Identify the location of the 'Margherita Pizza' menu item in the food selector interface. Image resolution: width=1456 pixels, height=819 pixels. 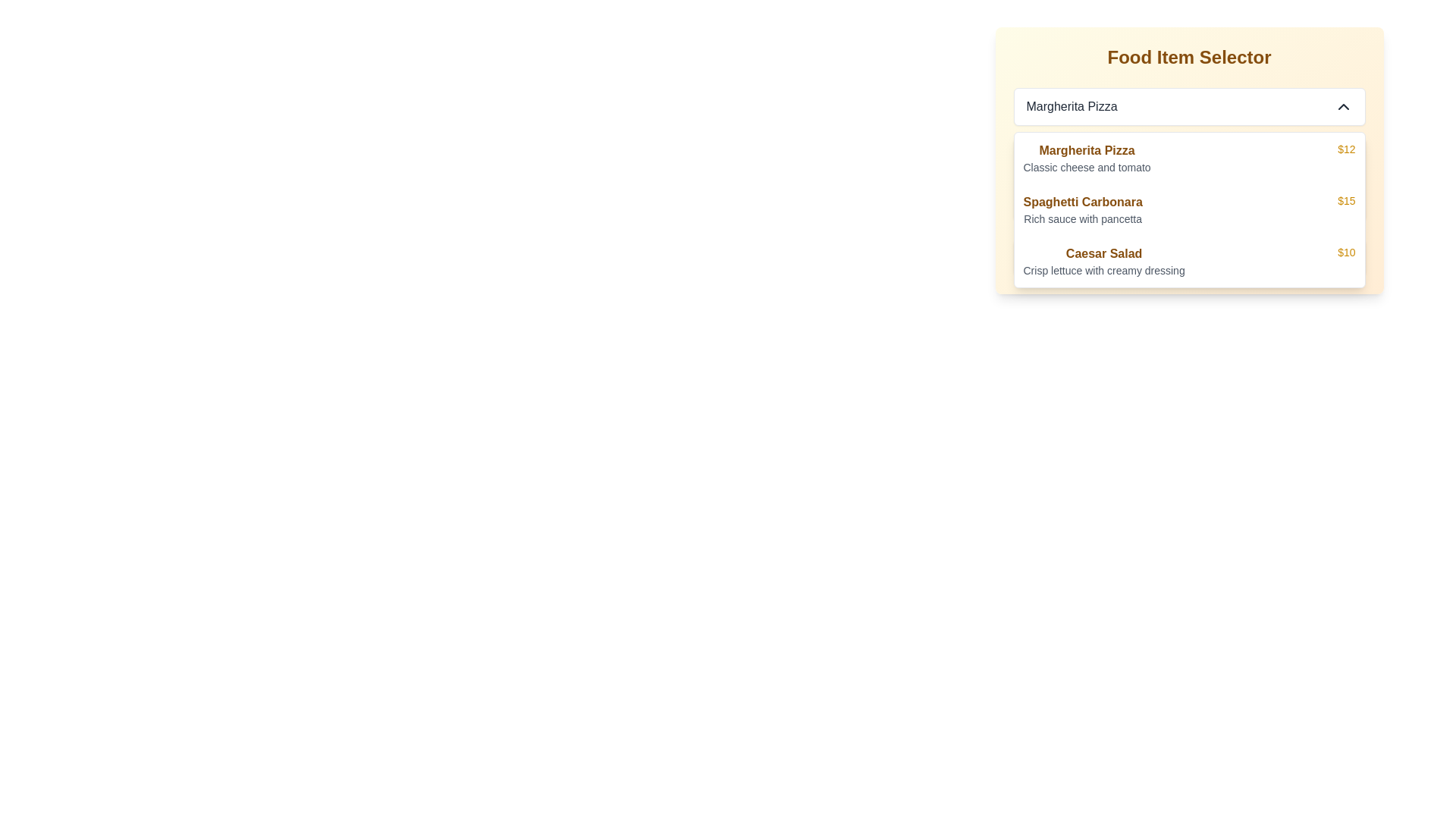
(1188, 158).